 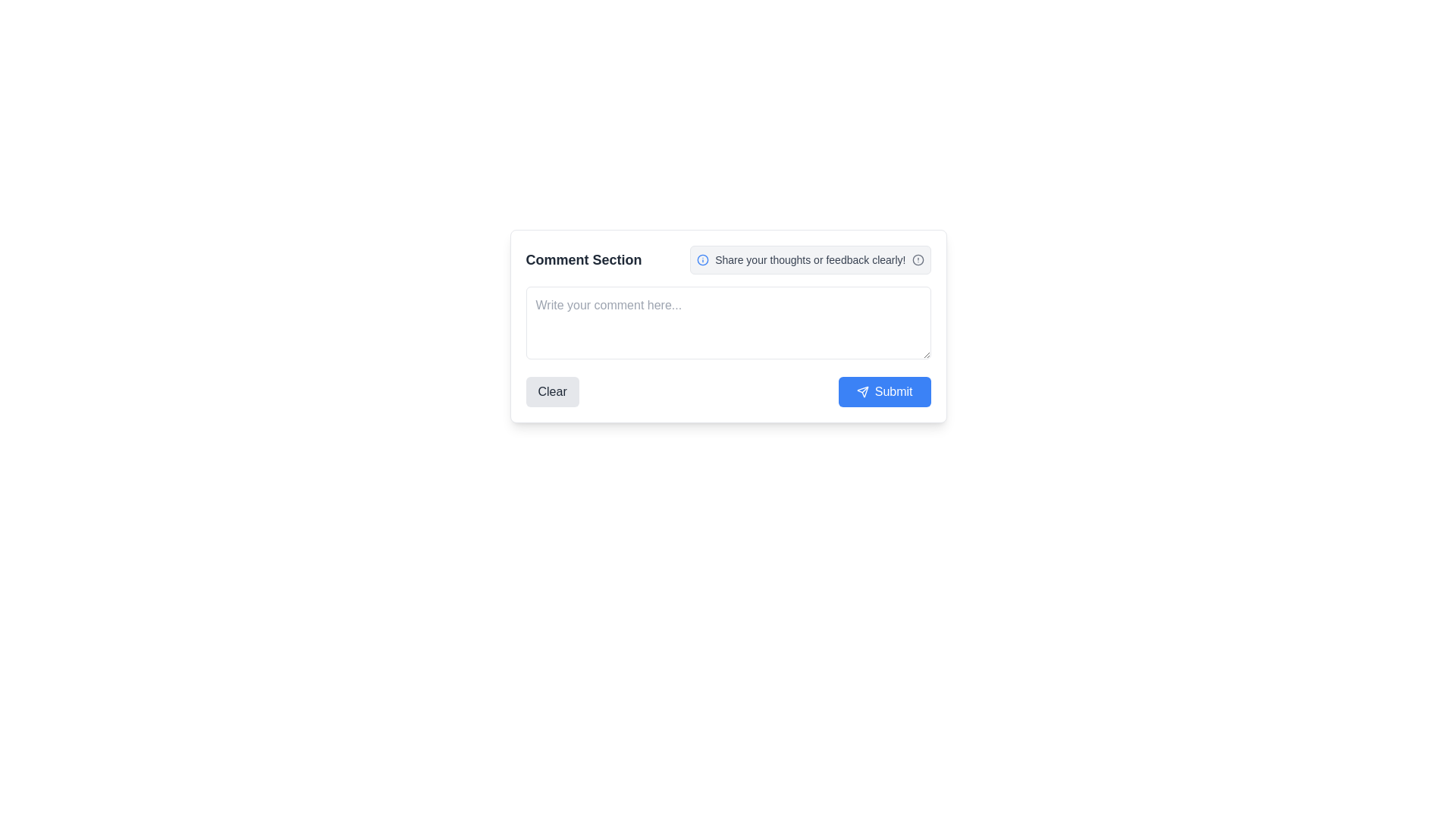 I want to click on the light blue information icon, which is situated to the left of the text label 'Share your thoughts or feedback clearly!' in the comment submission interface, so click(x=702, y=259).